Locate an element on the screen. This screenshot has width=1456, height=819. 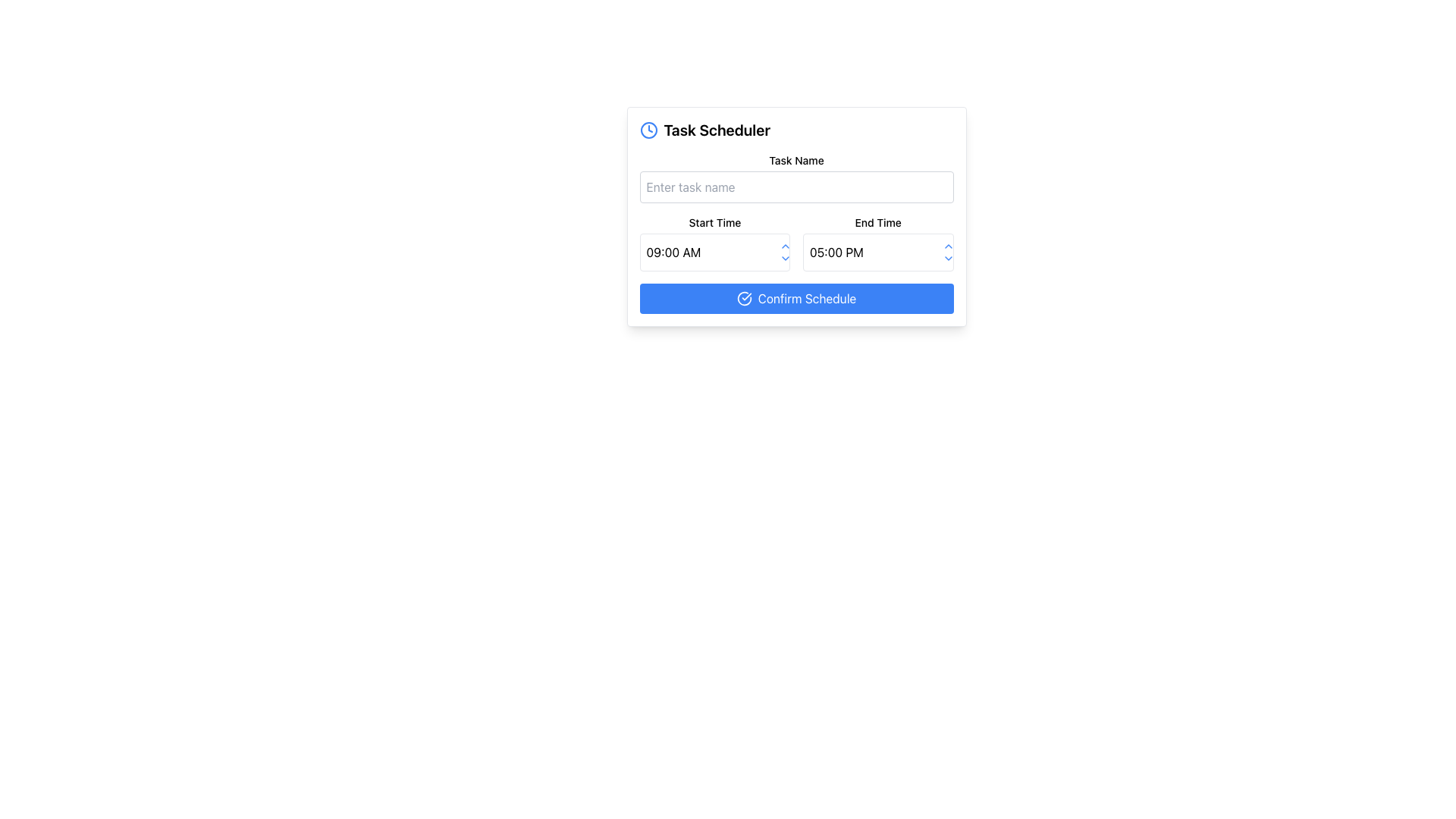
the circular boundary of the clock icon located at the top left side of the modal interface is located at coordinates (648, 130).